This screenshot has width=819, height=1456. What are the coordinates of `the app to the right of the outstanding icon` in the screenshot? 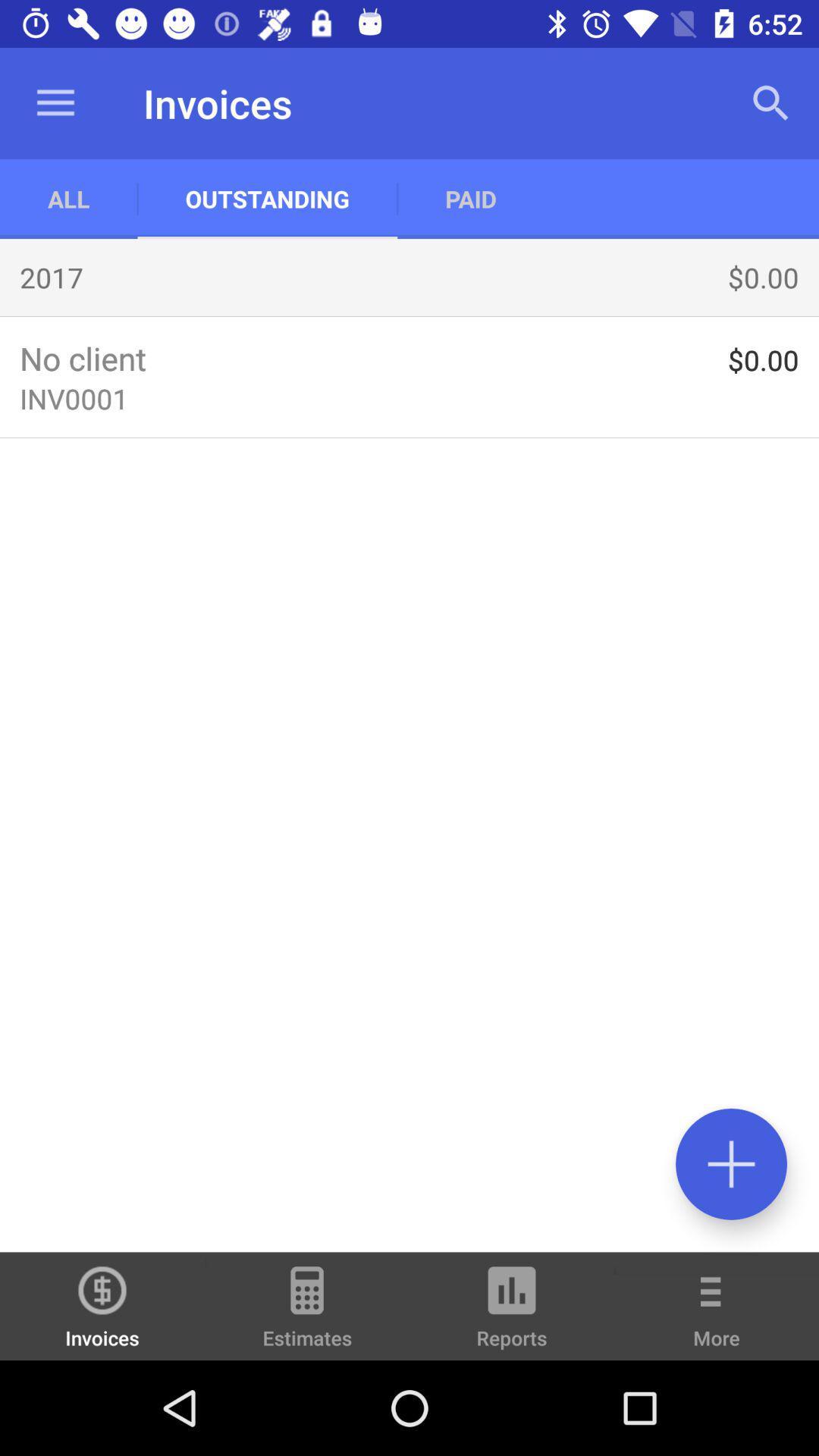 It's located at (470, 198).